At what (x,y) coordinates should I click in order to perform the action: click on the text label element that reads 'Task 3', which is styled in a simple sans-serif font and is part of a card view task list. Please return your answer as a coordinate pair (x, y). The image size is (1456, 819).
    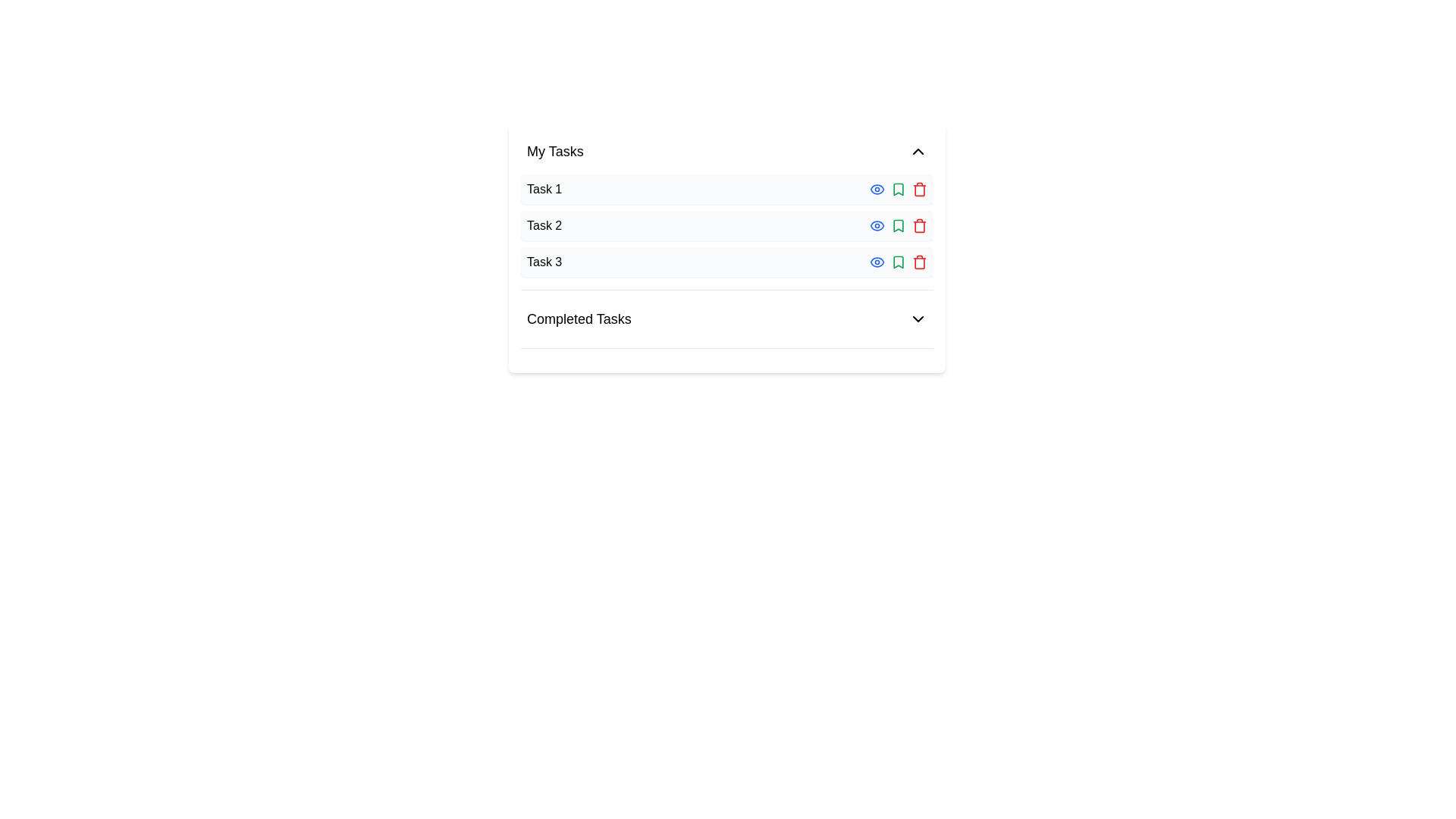
    Looking at the image, I should click on (544, 262).